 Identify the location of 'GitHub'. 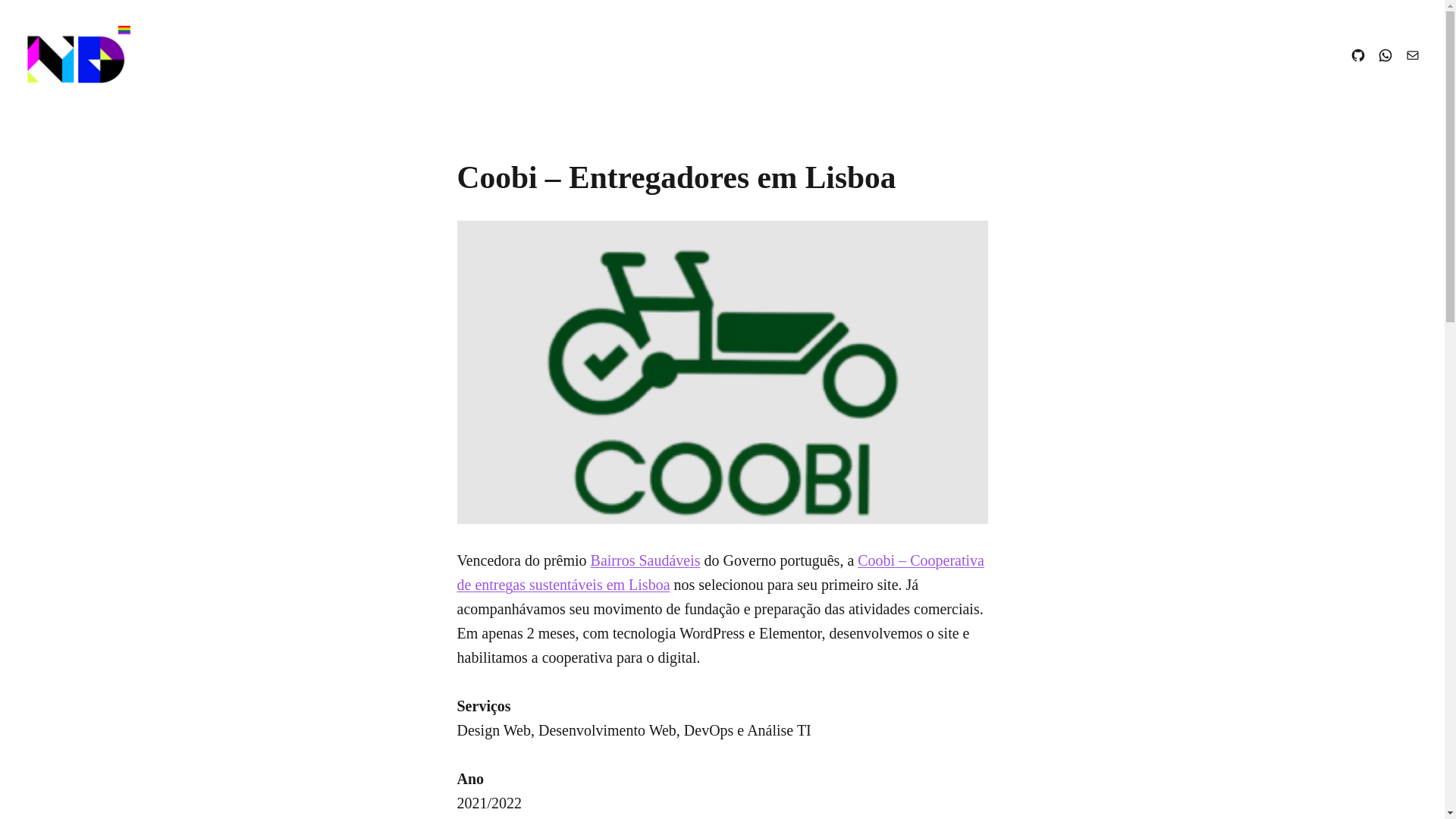
(1357, 55).